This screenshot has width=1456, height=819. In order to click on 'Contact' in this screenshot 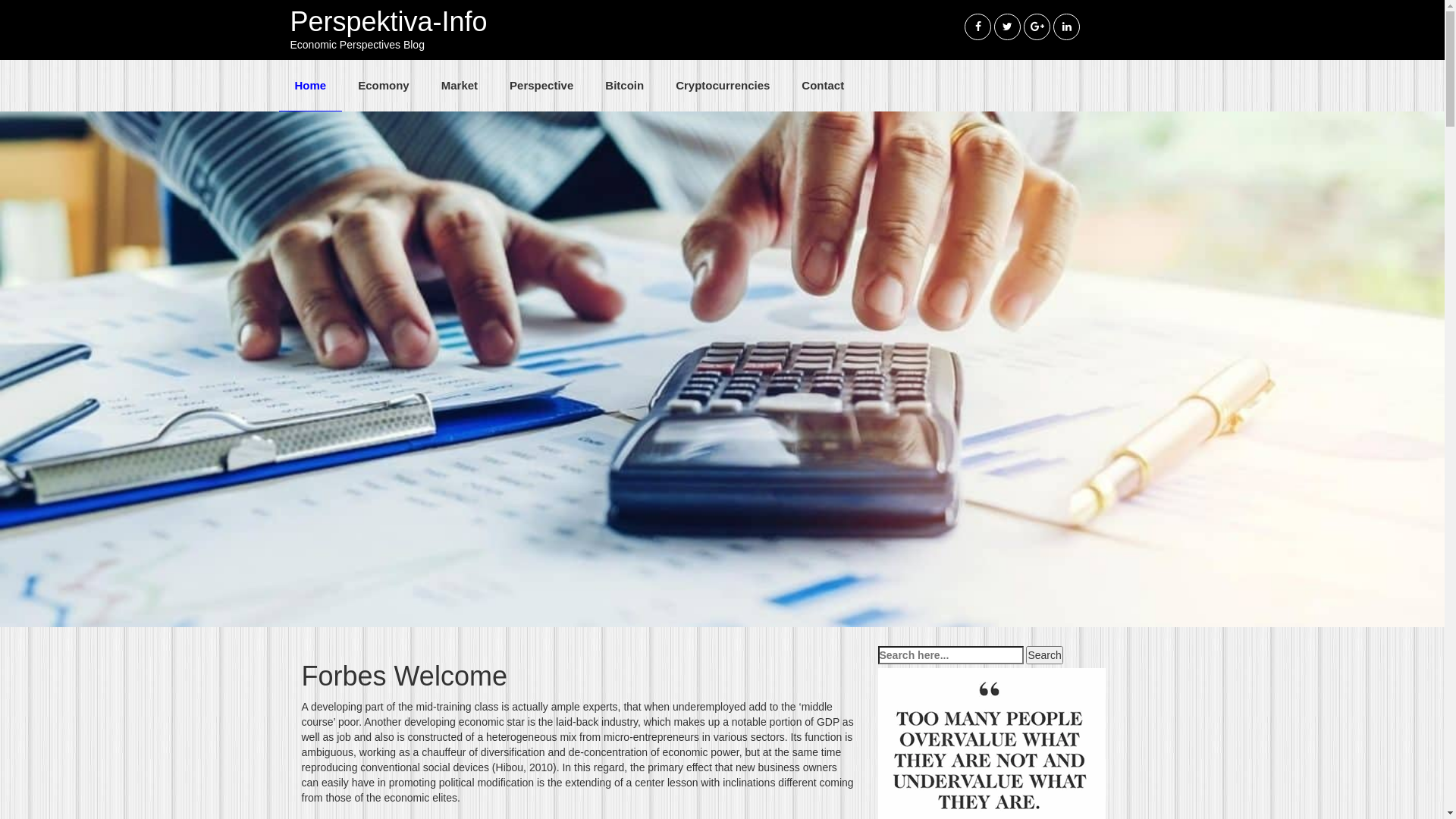, I will do `click(821, 85)`.